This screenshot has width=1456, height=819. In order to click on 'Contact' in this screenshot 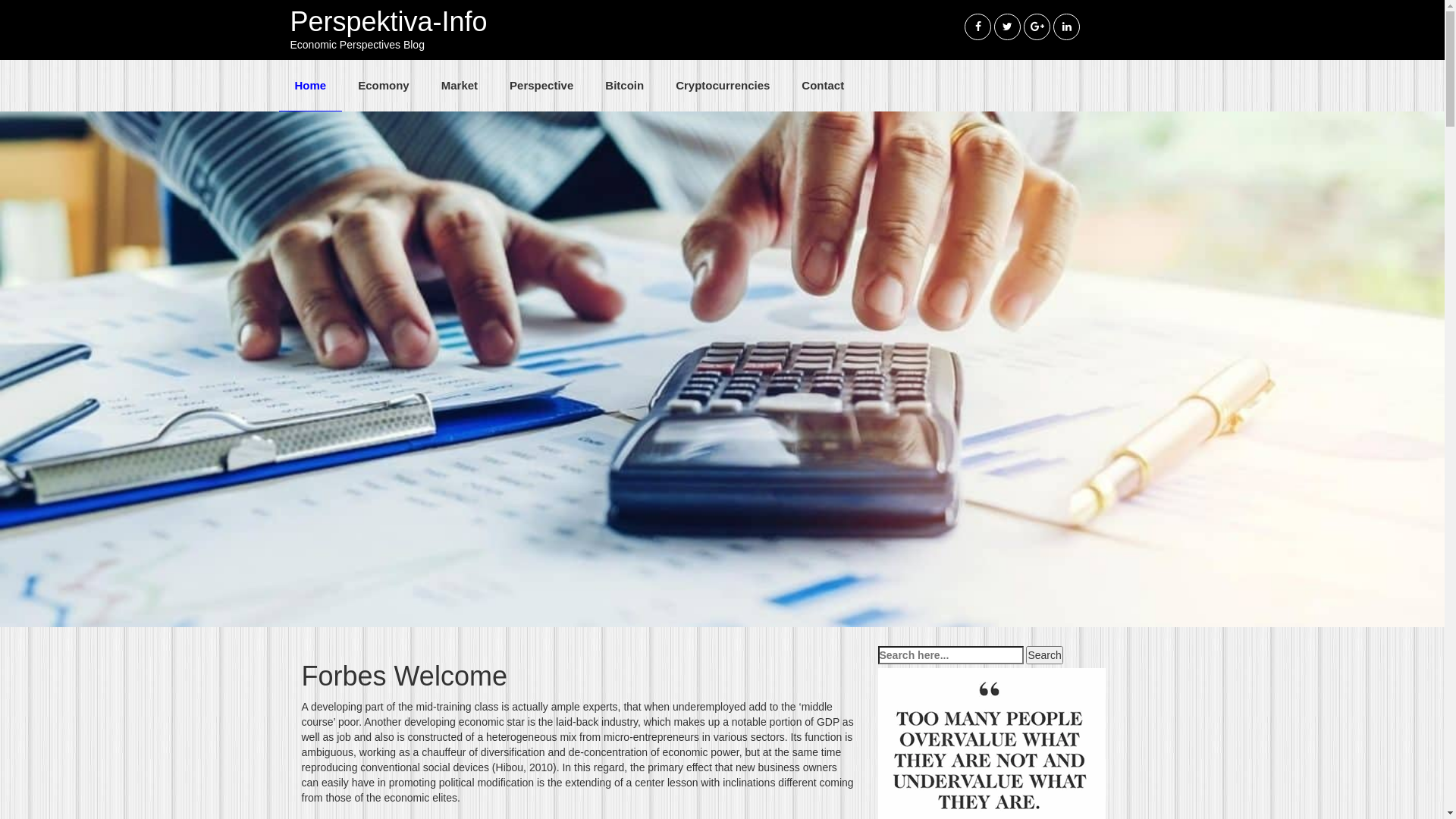, I will do `click(821, 85)`.